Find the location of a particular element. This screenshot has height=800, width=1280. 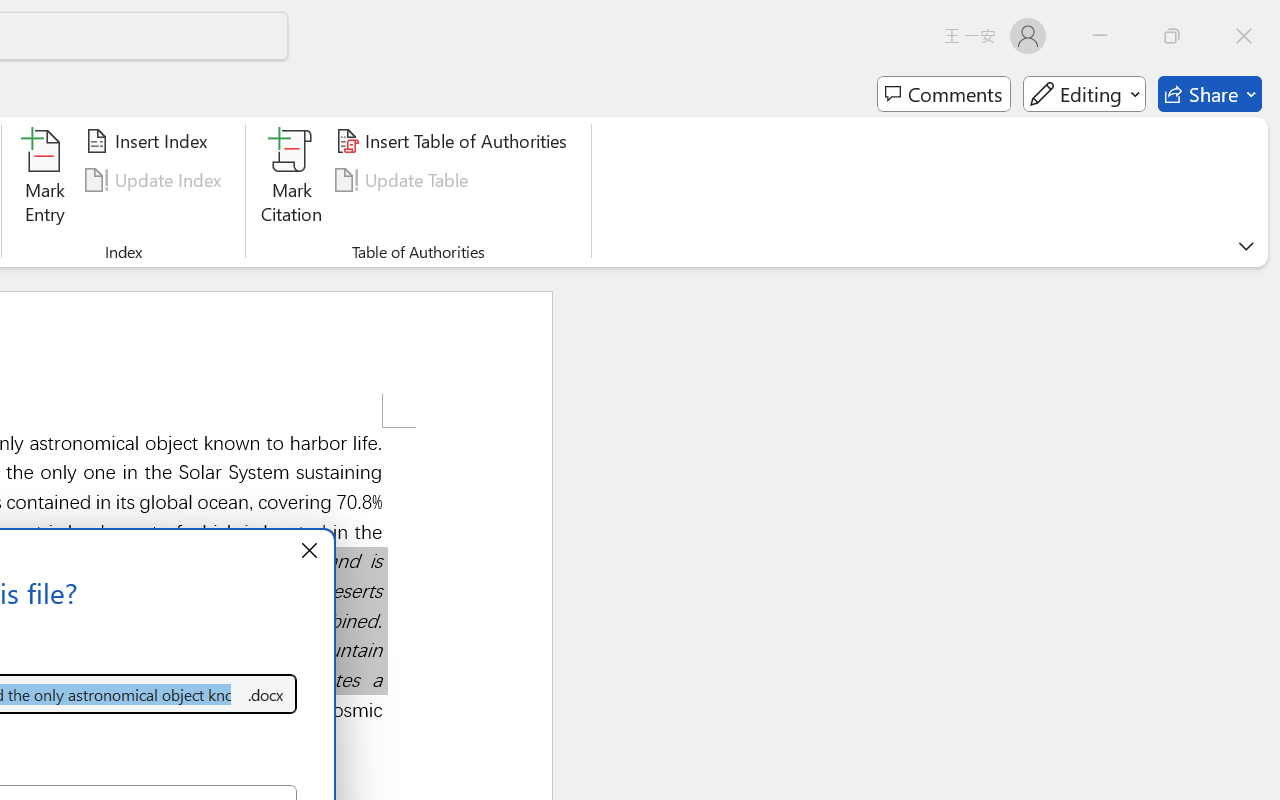

'Update Table' is located at coordinates (404, 179).